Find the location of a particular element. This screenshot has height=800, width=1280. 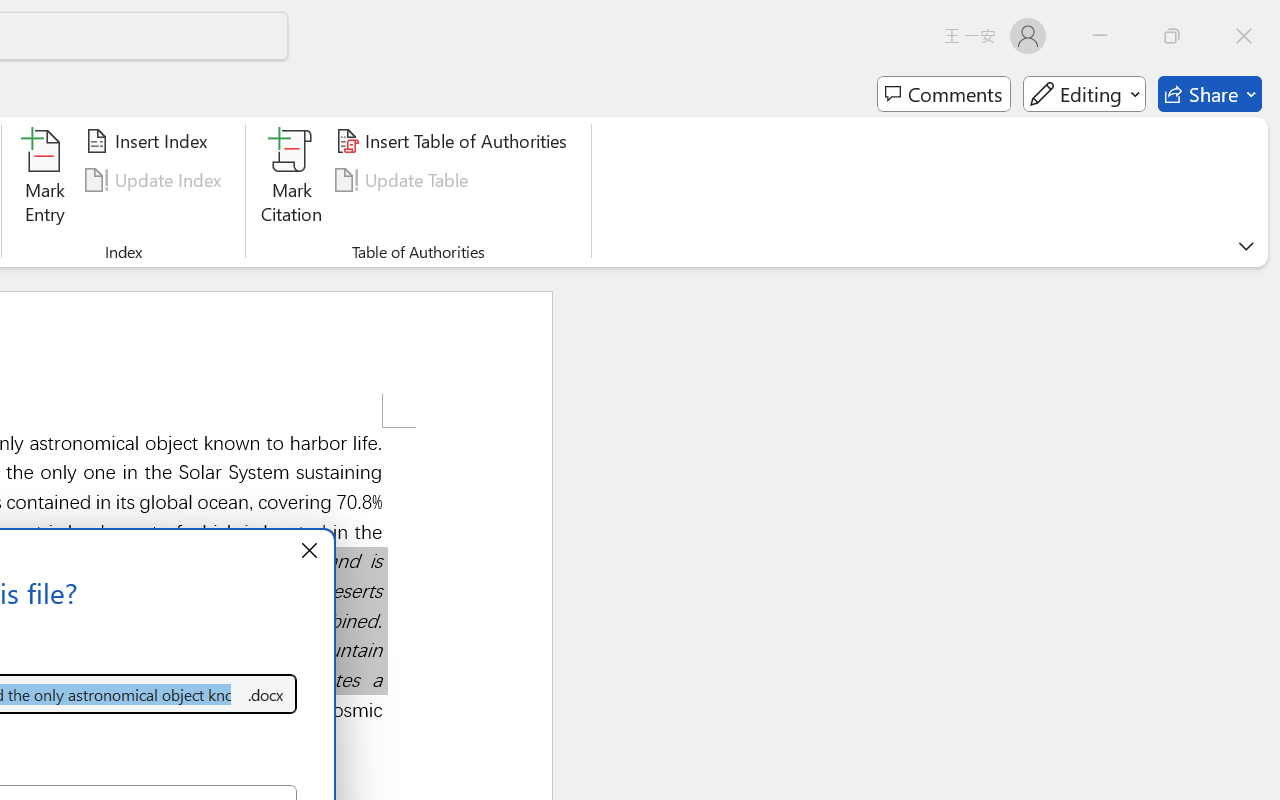

'Update Table' is located at coordinates (404, 179).